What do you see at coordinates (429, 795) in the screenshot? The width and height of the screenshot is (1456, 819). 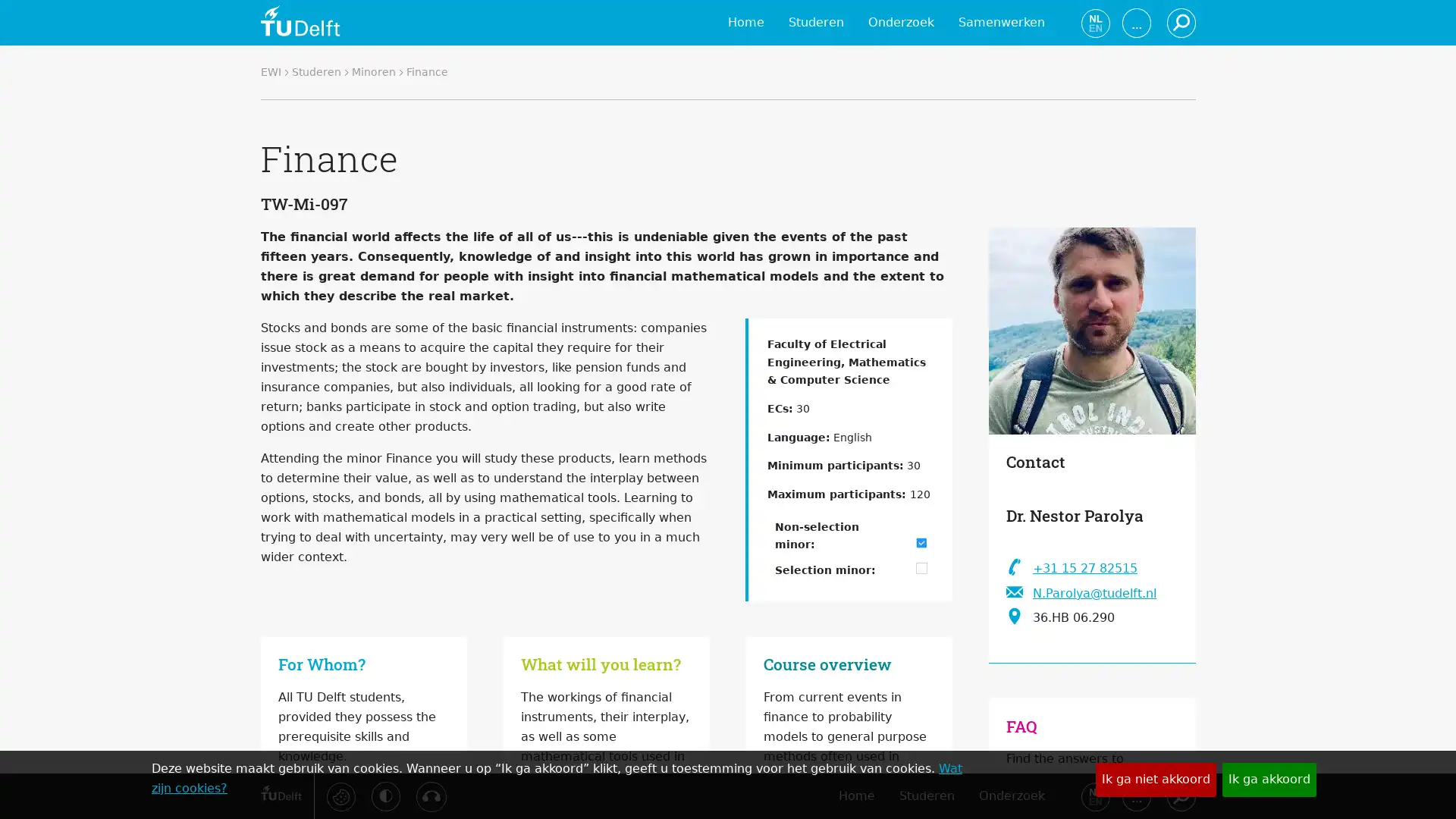 I see `Luister met de ReachDeck-werkbalk` at bounding box center [429, 795].